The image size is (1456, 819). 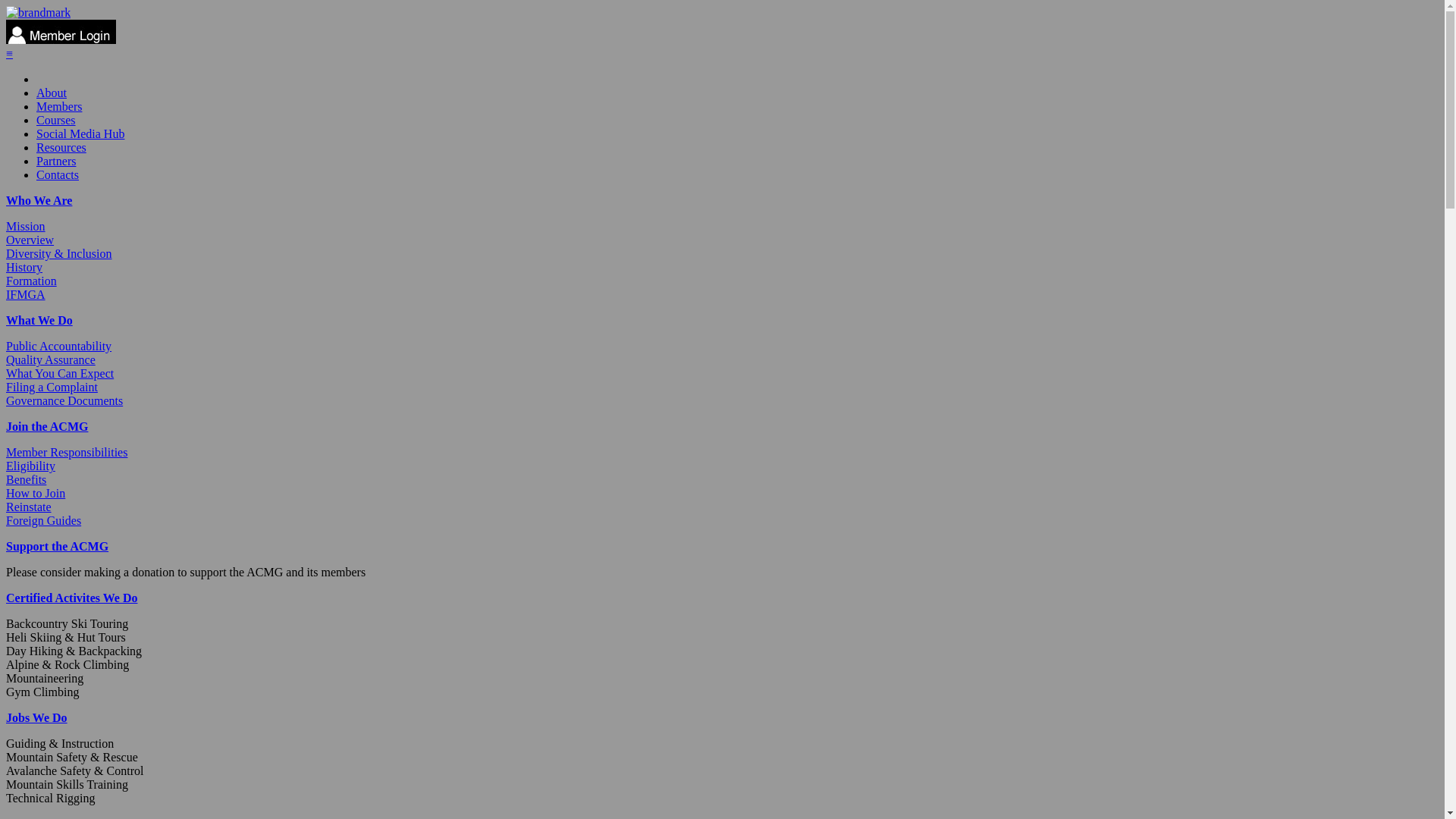 I want to click on 'About', so click(x=51, y=93).